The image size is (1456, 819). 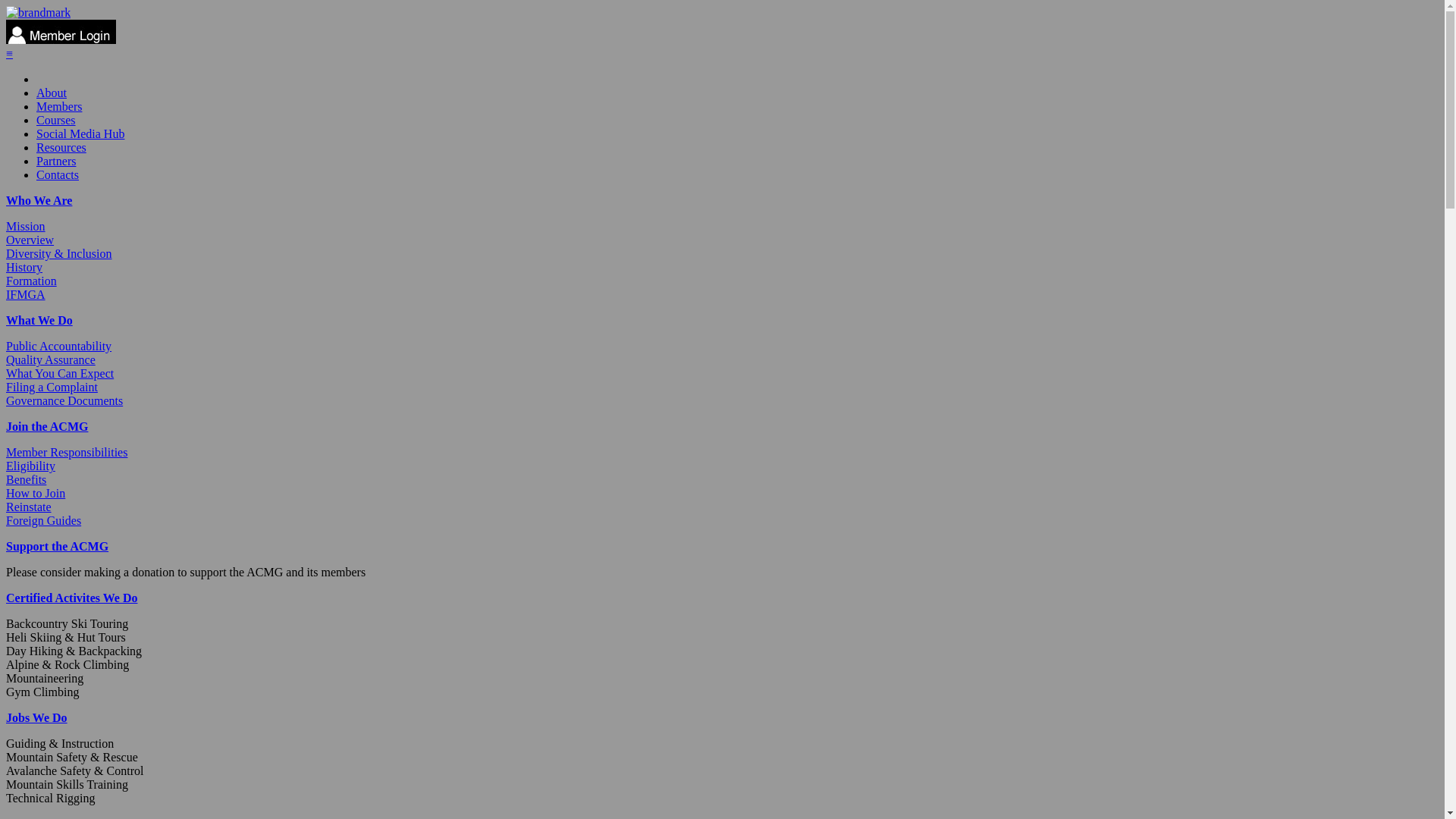 I want to click on 'About', so click(x=51, y=93).